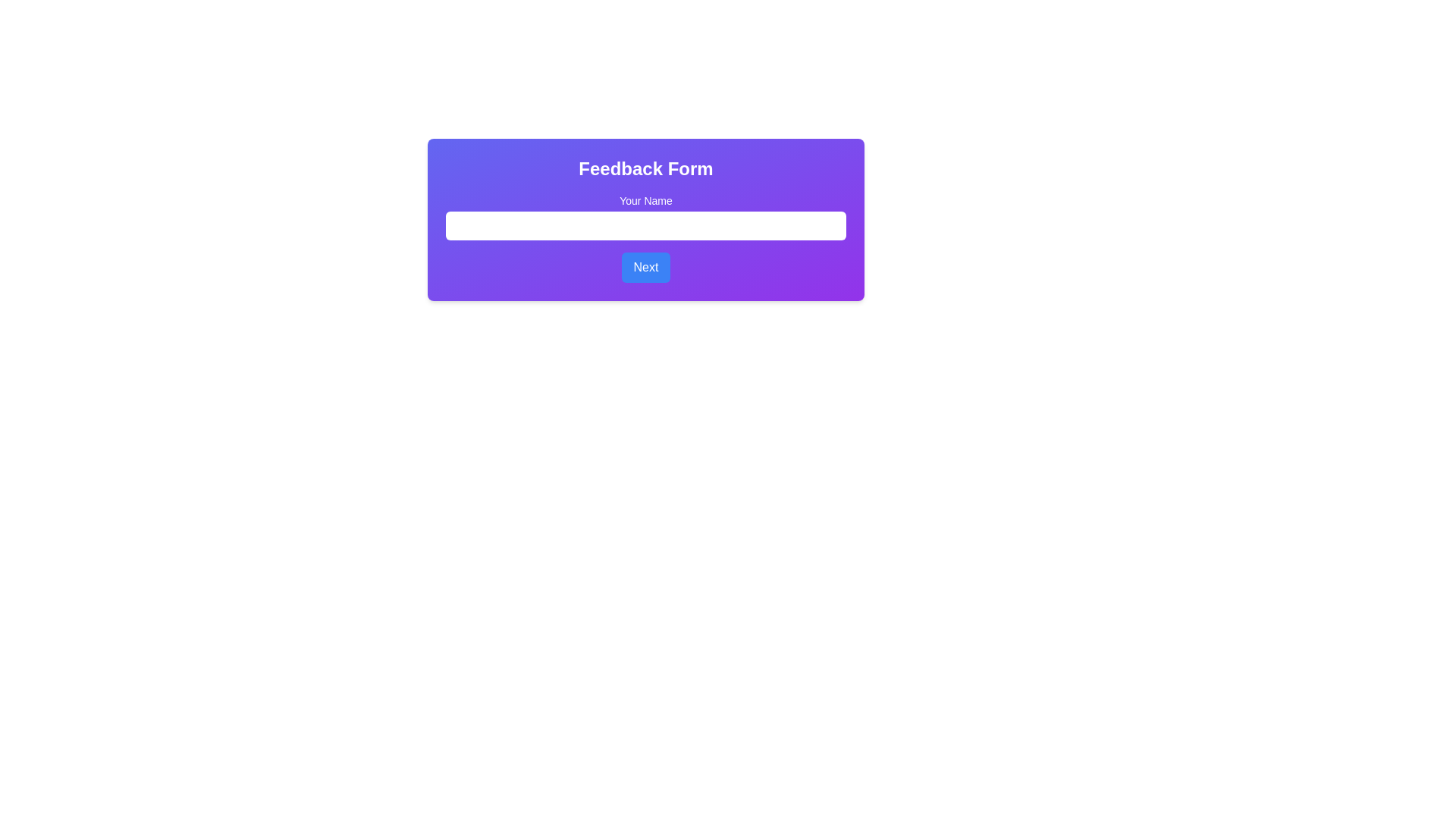 The image size is (1456, 819). What do you see at coordinates (645, 216) in the screenshot?
I see `the label that serves as guidance for the input field below, positioned above the input field and the 'Next' button` at bounding box center [645, 216].